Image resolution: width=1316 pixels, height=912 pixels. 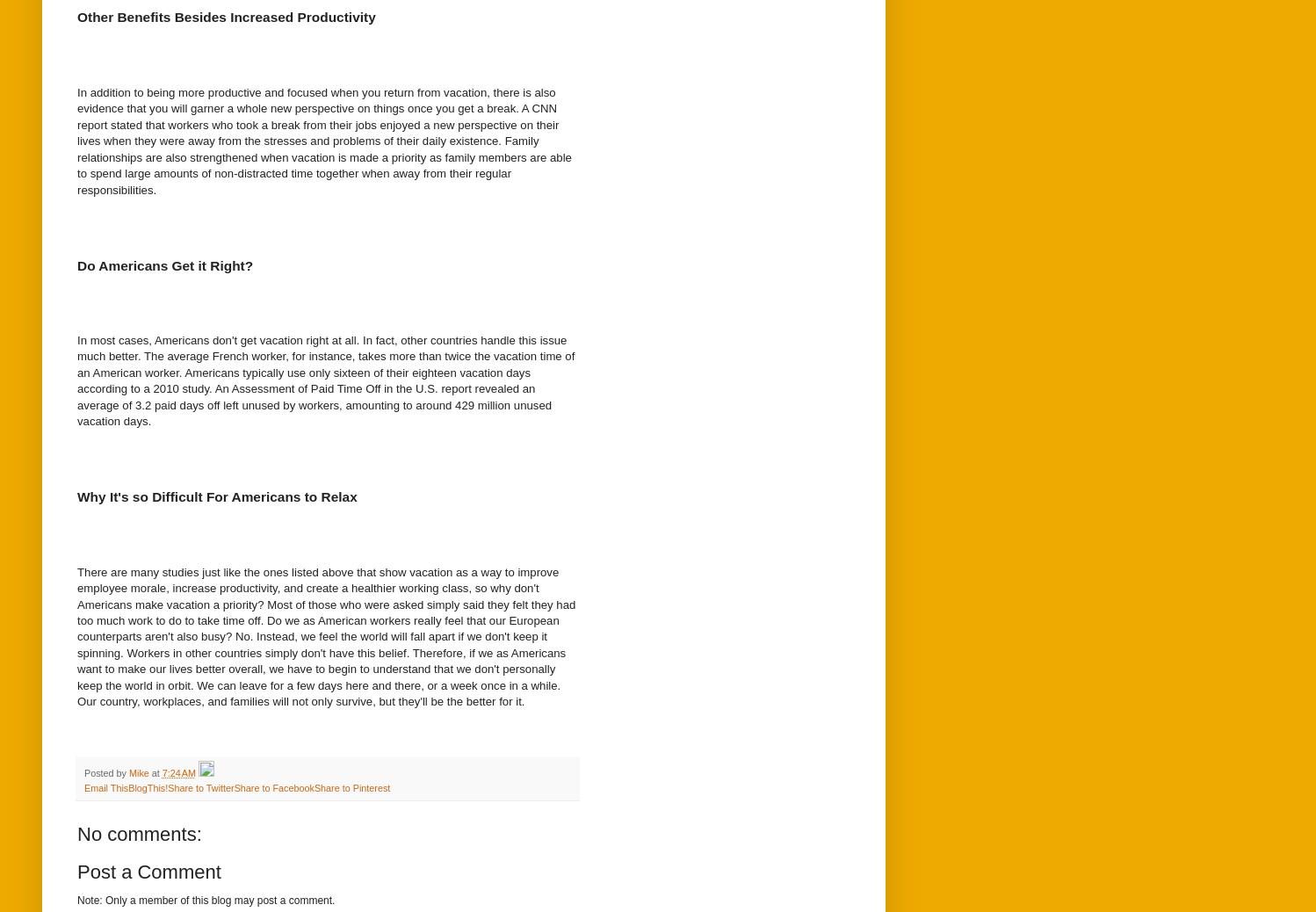 I want to click on 'Post a Comment', so click(x=76, y=871).